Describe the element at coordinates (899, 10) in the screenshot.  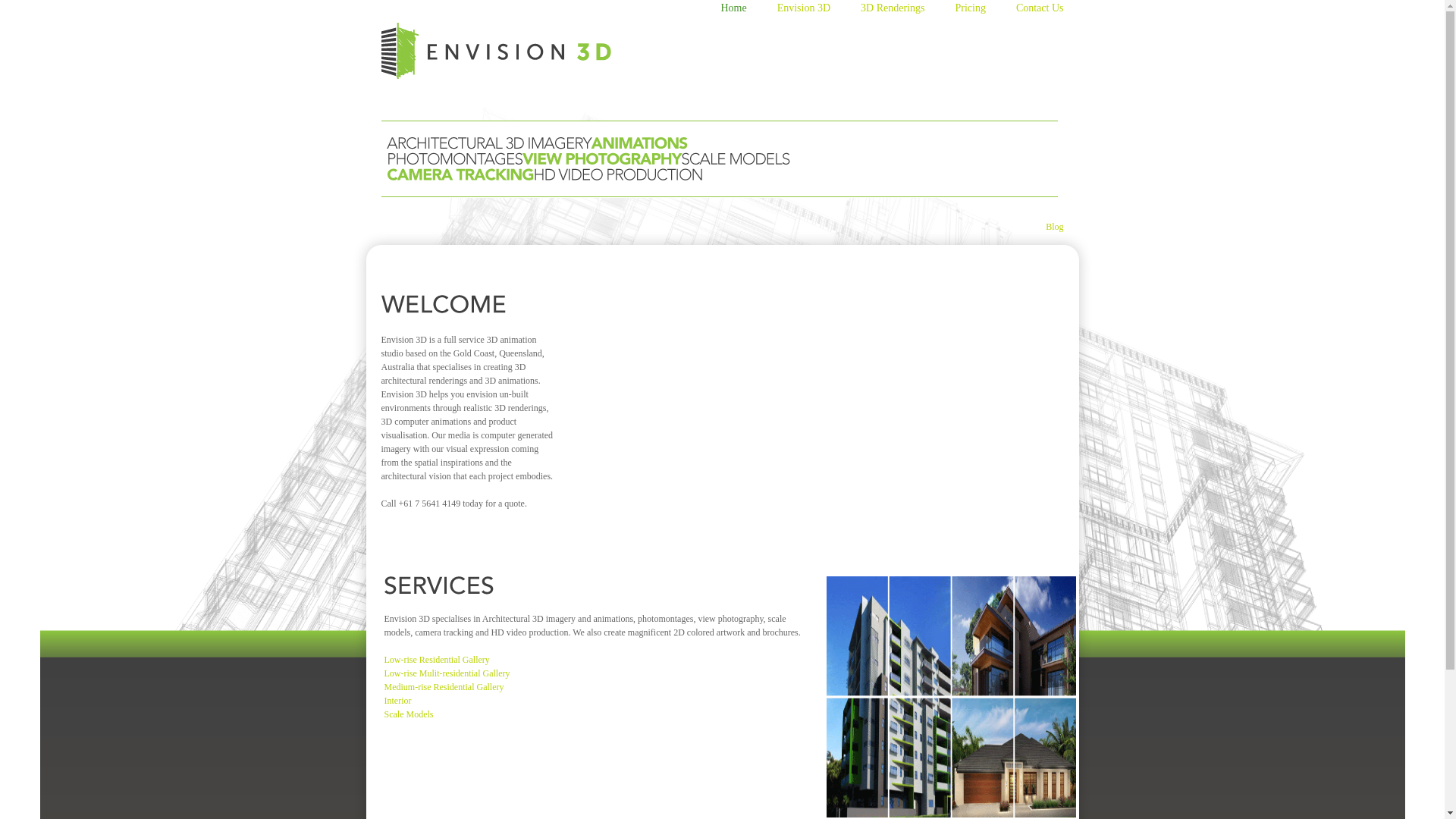
I see `'3D Renderings'` at that location.